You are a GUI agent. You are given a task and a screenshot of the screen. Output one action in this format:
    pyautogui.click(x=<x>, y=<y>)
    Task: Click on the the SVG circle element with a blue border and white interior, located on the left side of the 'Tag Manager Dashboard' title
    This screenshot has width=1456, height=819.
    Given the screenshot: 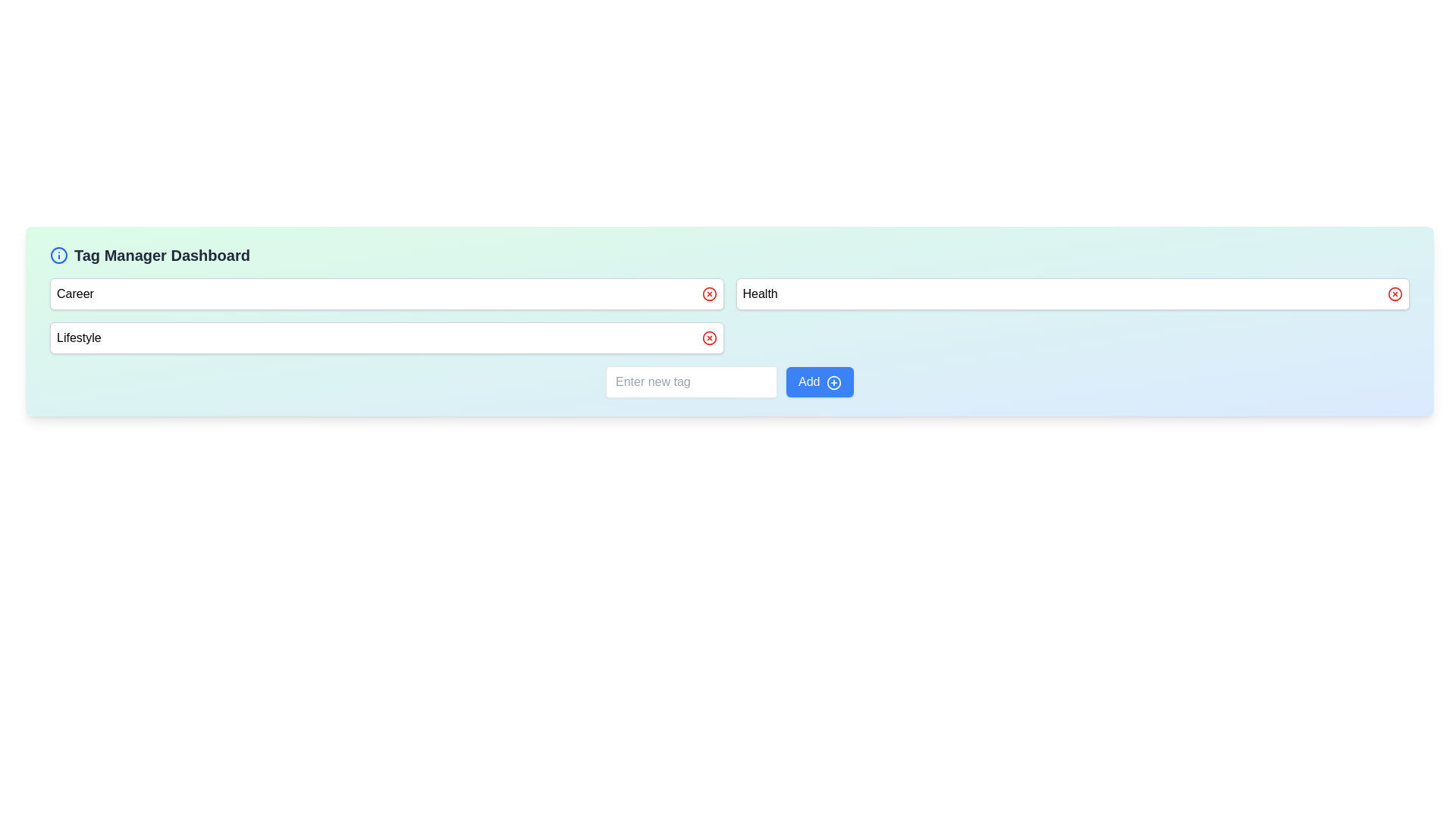 What is the action you would take?
    pyautogui.click(x=58, y=254)
    